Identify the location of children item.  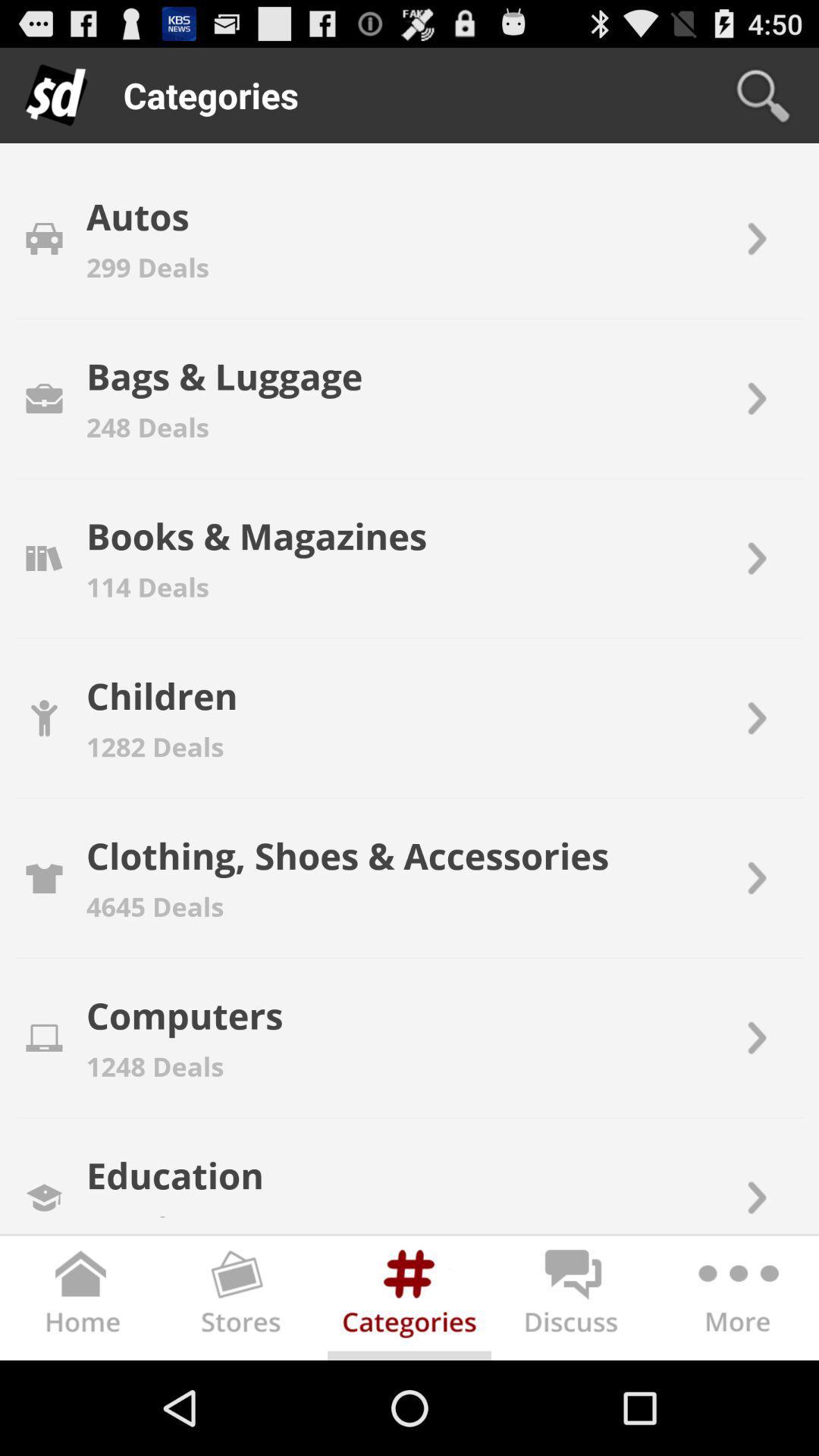
(162, 695).